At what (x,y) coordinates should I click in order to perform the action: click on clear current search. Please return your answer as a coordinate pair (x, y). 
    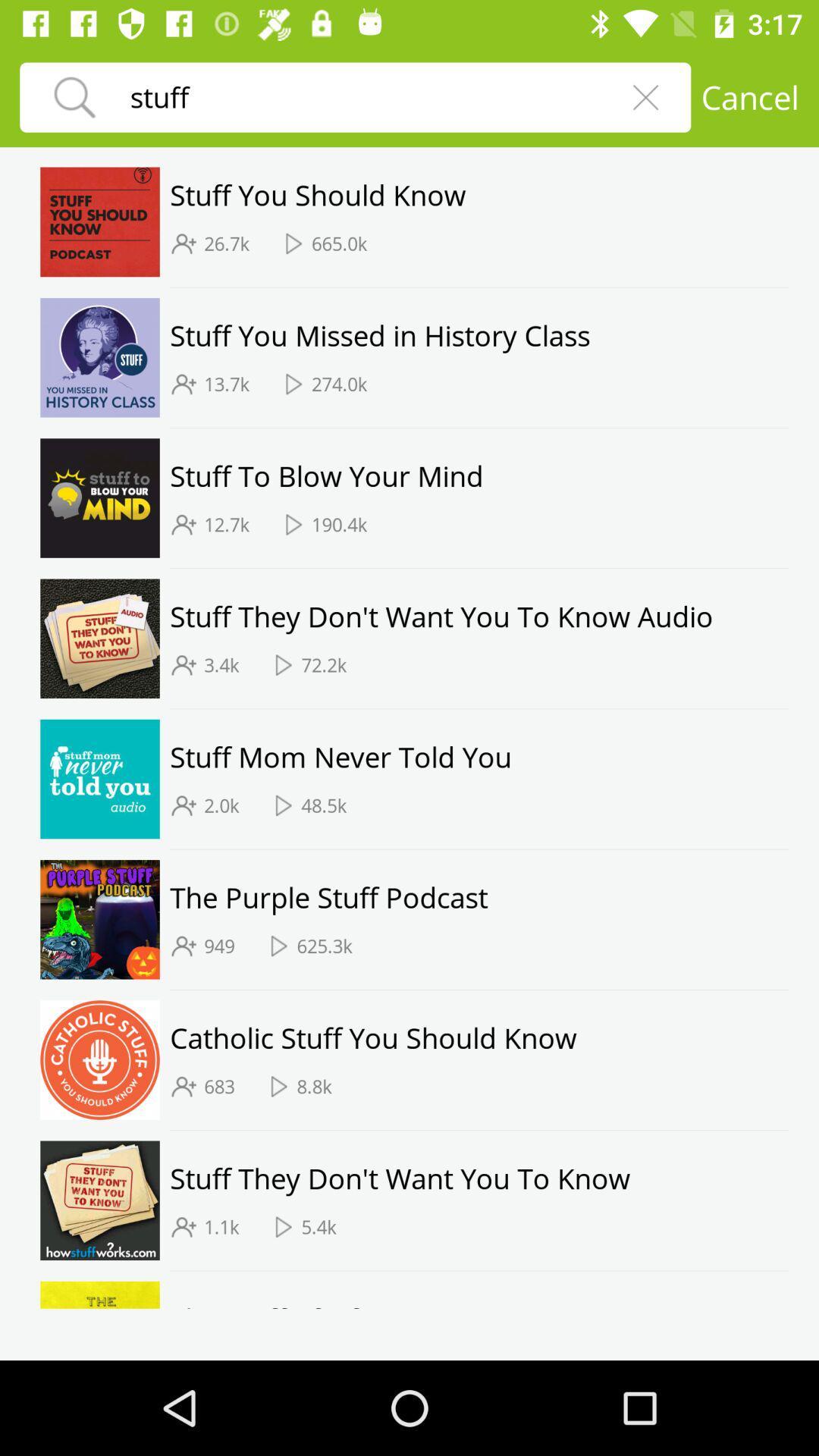
    Looking at the image, I should click on (645, 96).